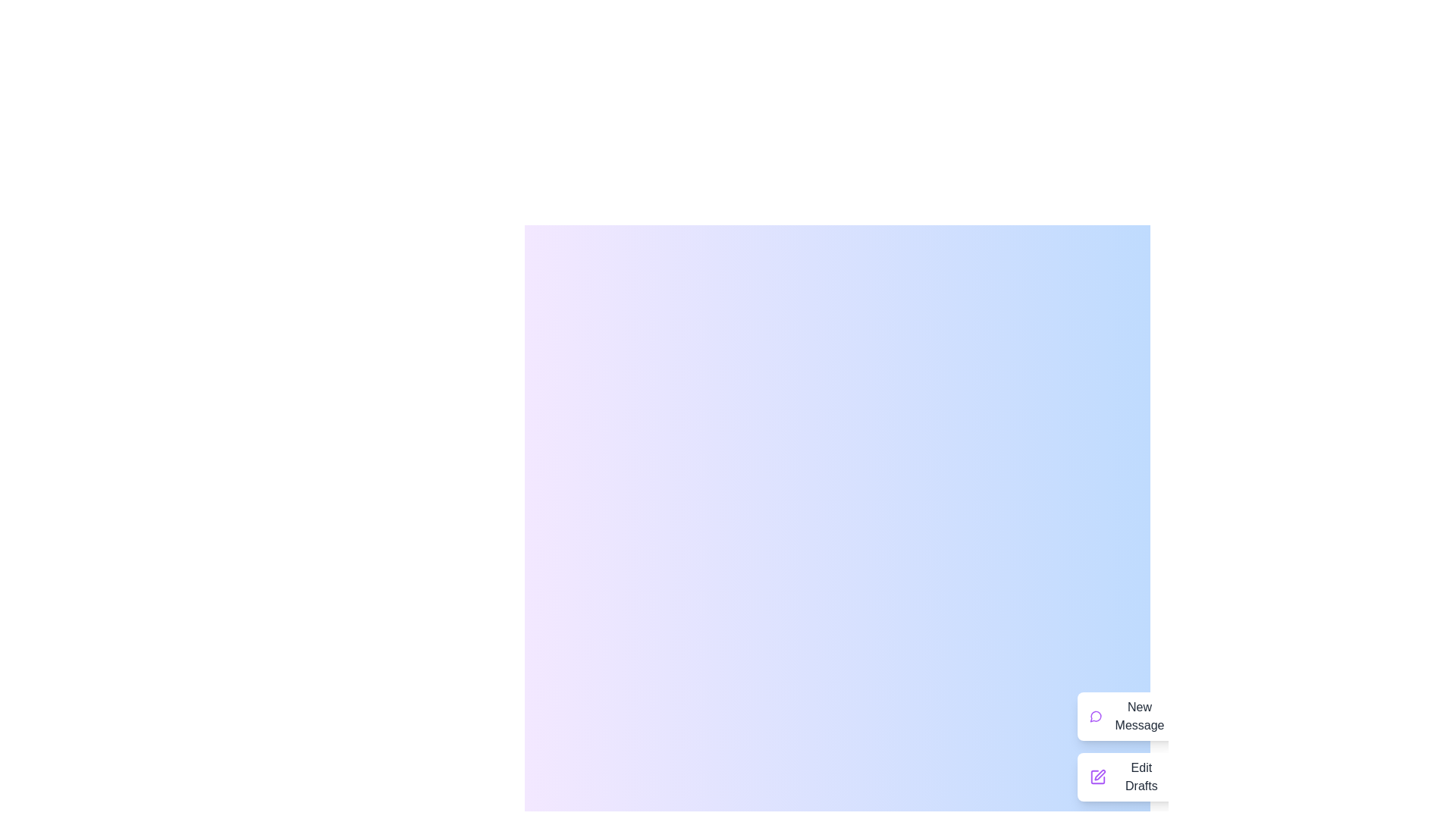  I want to click on the menu option New Message, so click(1128, 717).